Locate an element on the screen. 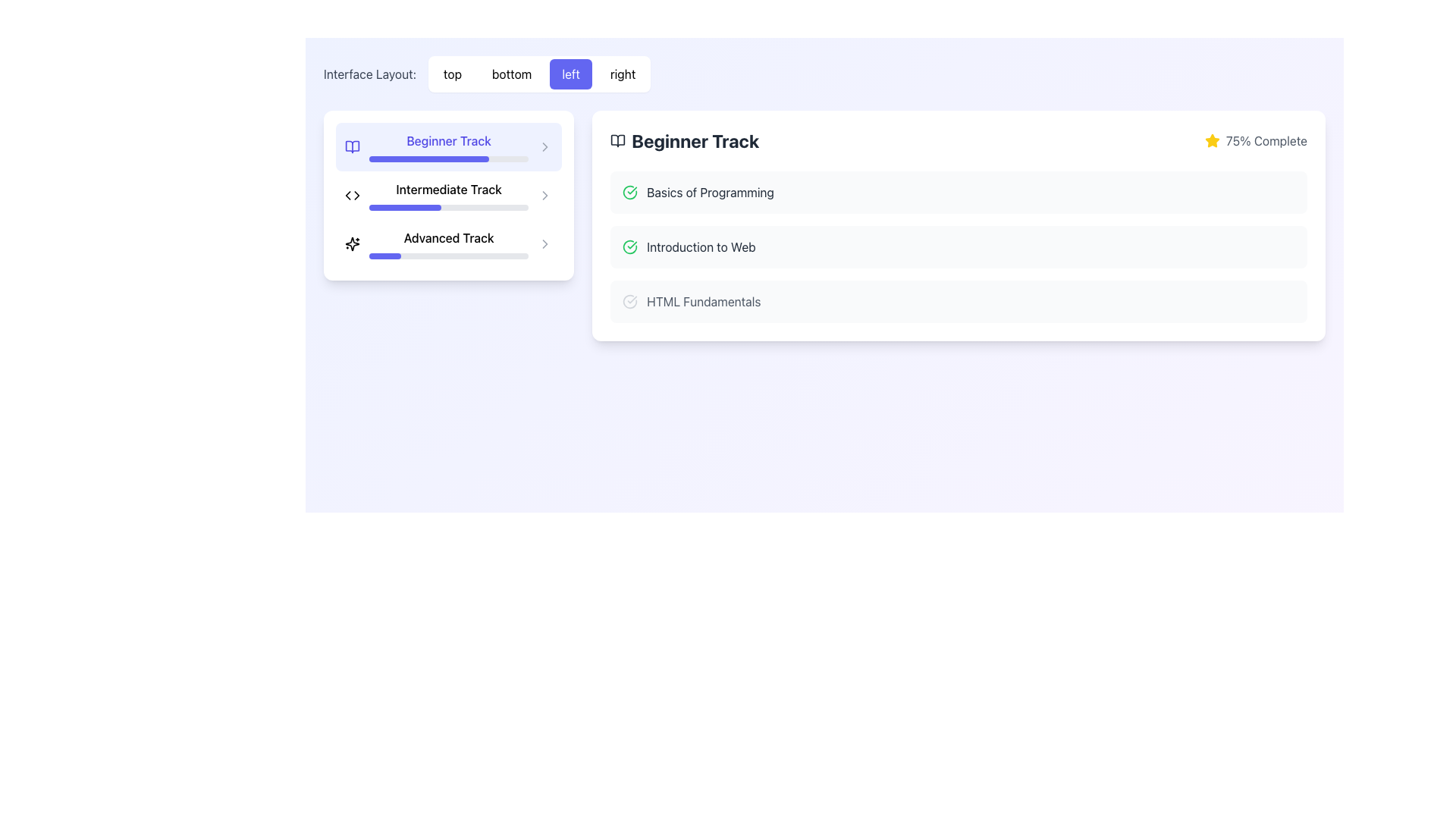 The height and width of the screenshot is (819, 1456). the Status icon (checkmark) which is a circular icon with a green outline and a checkmark inside, located to the left of the text 'Introduction to Web' is located at coordinates (630, 246).